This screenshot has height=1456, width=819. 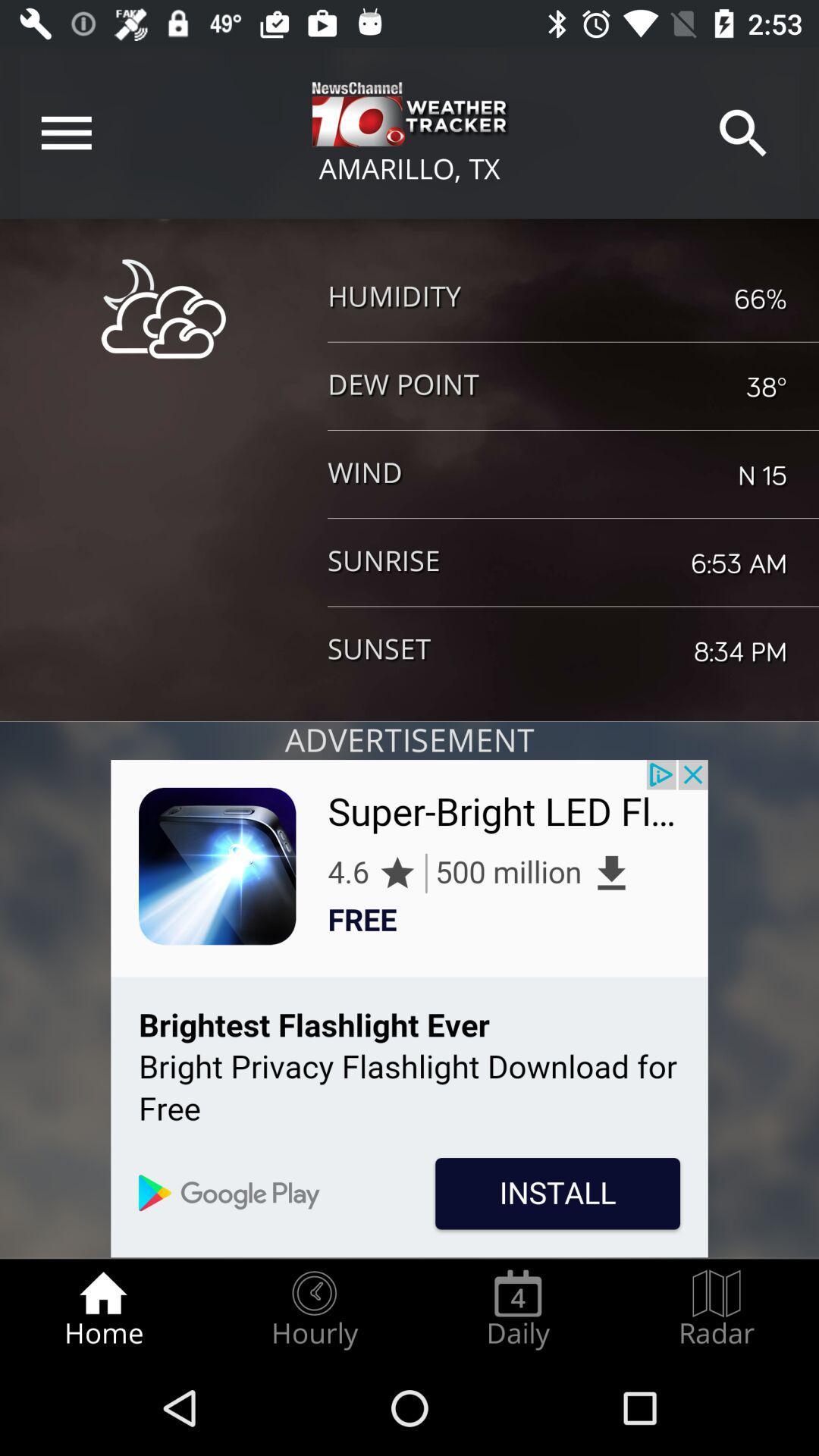 I want to click on item to the right of hourly, so click(x=517, y=1309).